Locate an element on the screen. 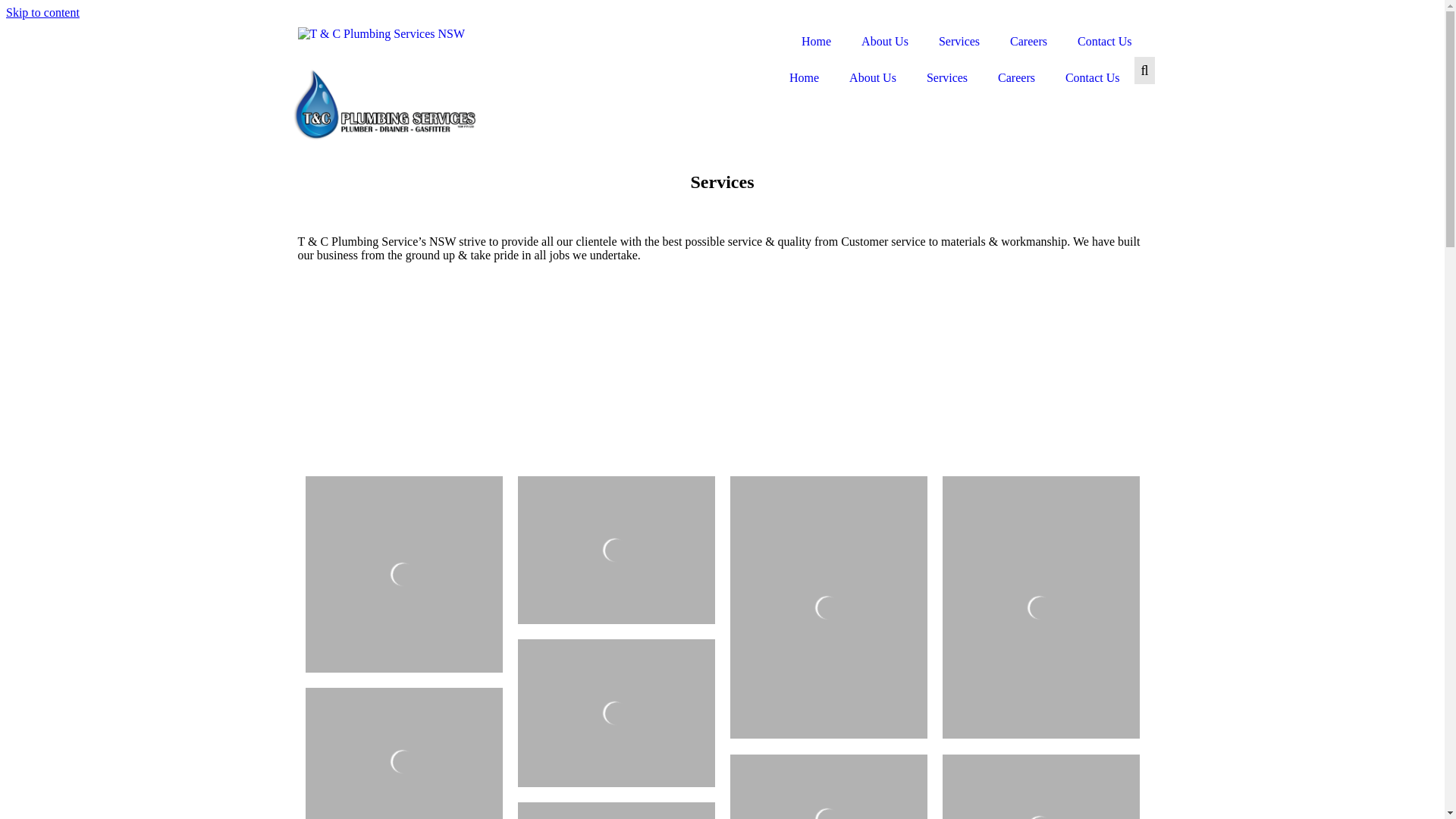 Image resolution: width=1456 pixels, height=819 pixels. 'Skip to content' is located at coordinates (42, 12).